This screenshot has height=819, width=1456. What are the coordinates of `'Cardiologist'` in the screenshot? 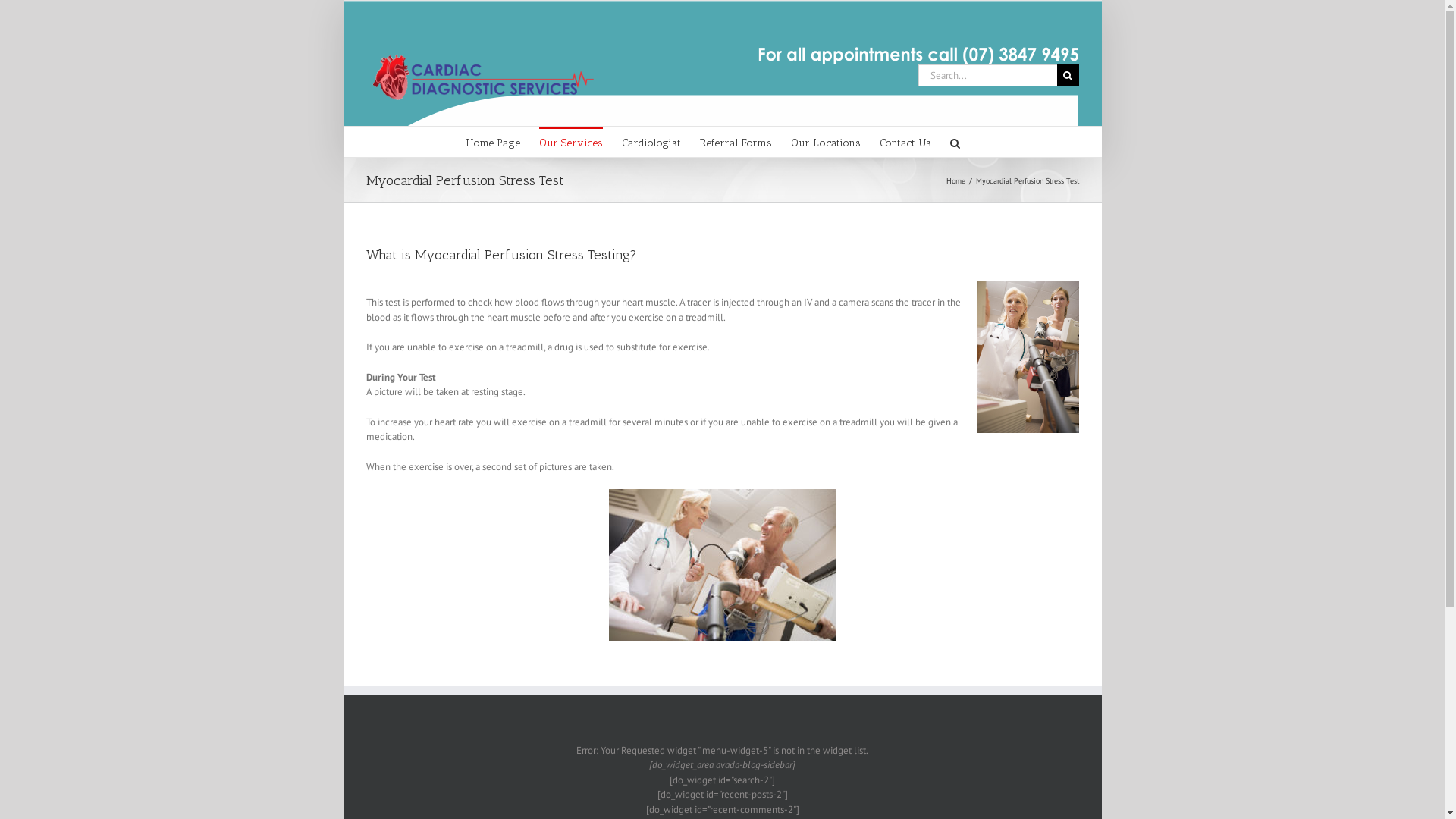 It's located at (651, 141).